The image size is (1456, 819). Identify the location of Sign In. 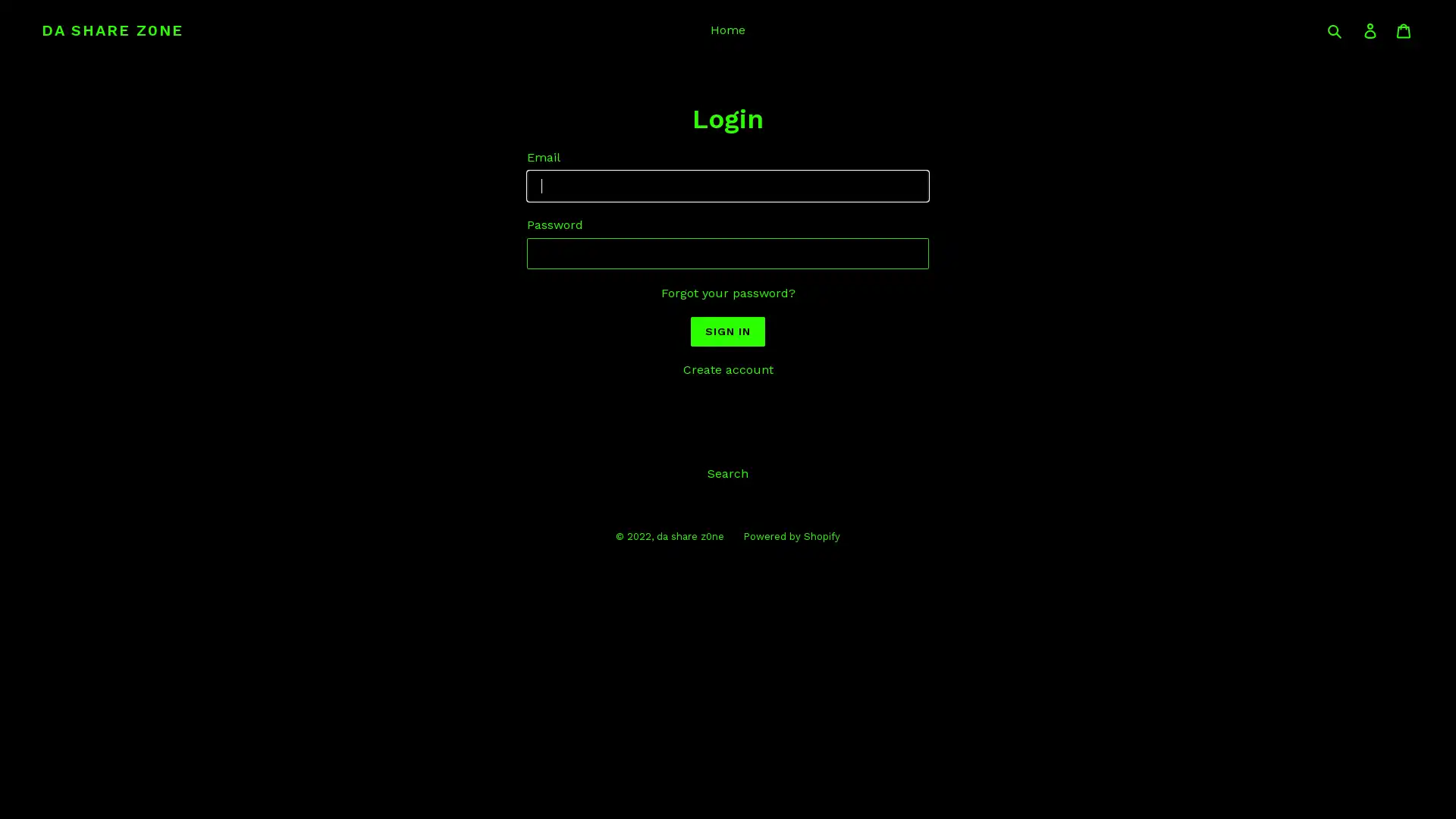
(726, 330).